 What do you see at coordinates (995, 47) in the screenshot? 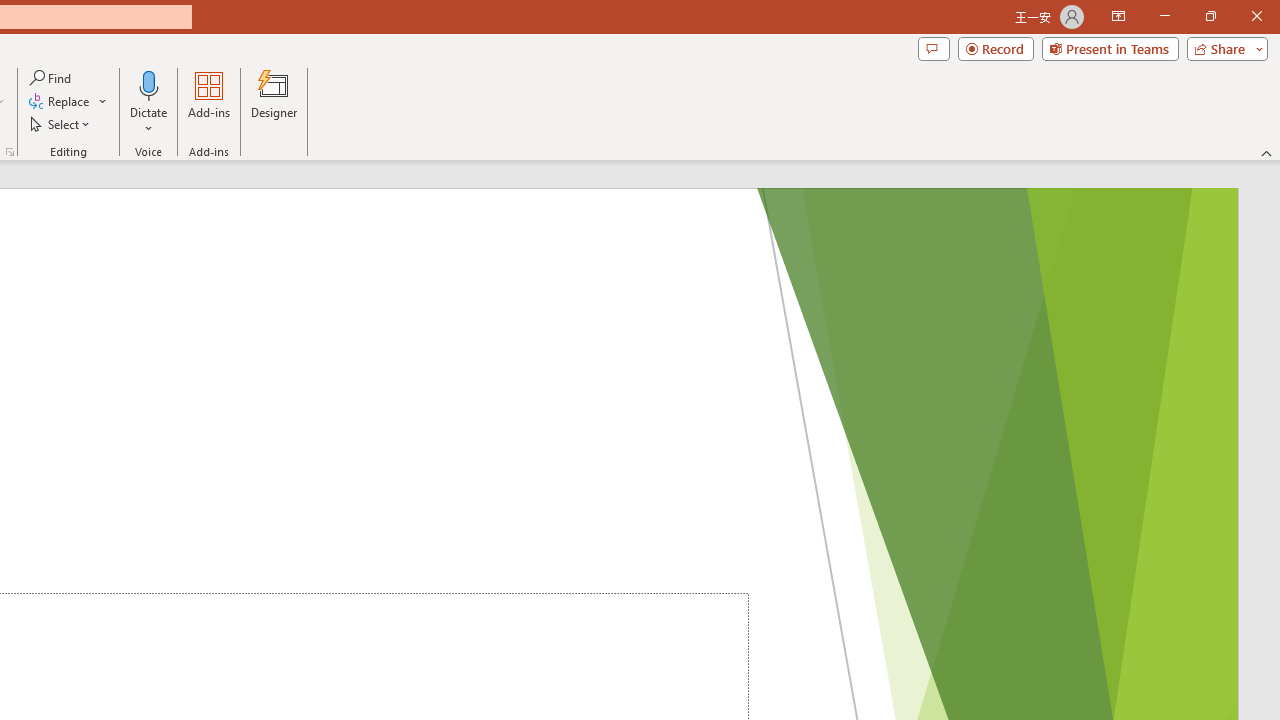
I see `'Record'` at bounding box center [995, 47].